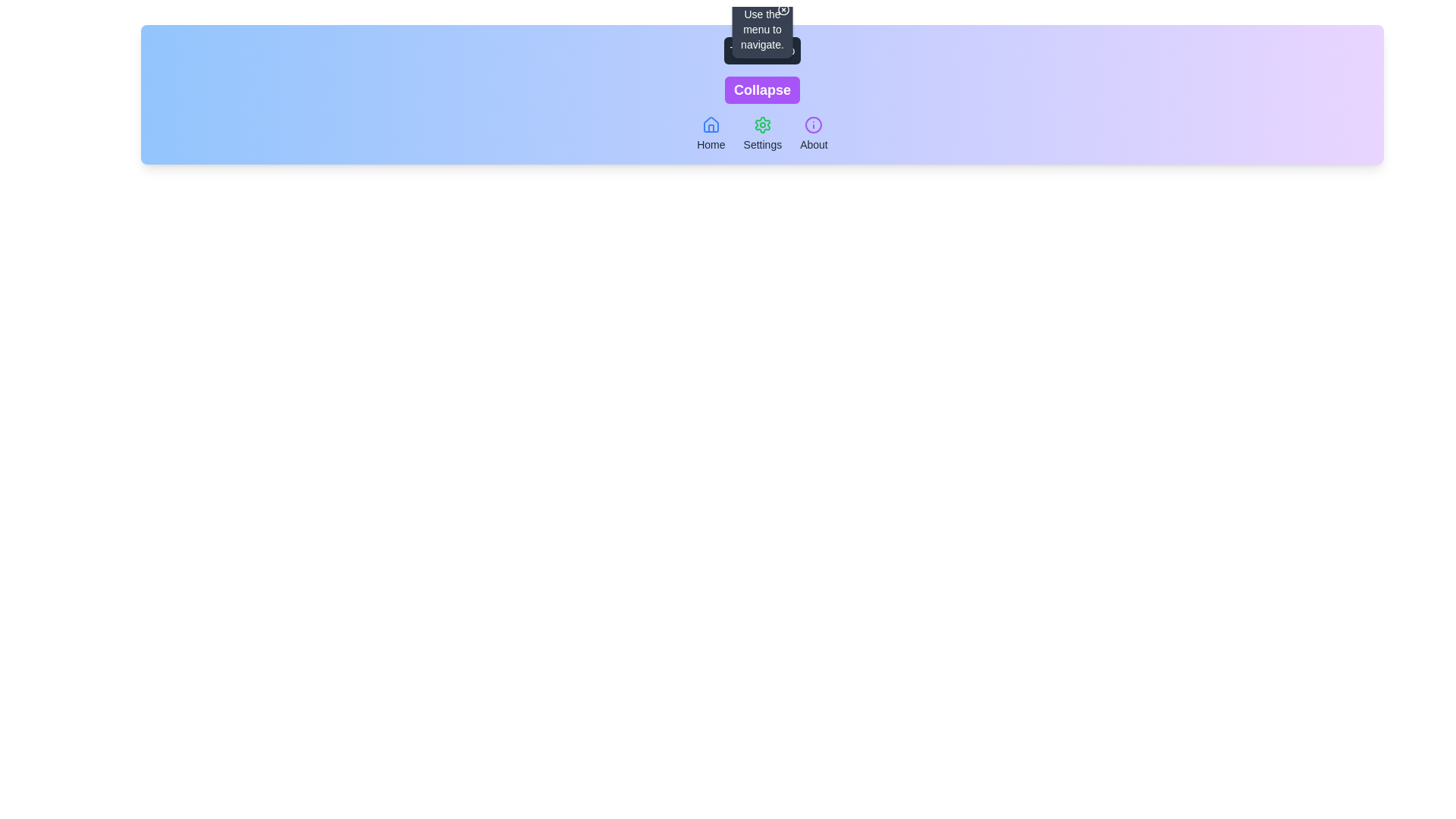 This screenshot has width=1456, height=819. Describe the element at coordinates (813, 133) in the screenshot. I see `the third button in the header, which features a purple circular 'info' icon above the label 'About'` at that location.